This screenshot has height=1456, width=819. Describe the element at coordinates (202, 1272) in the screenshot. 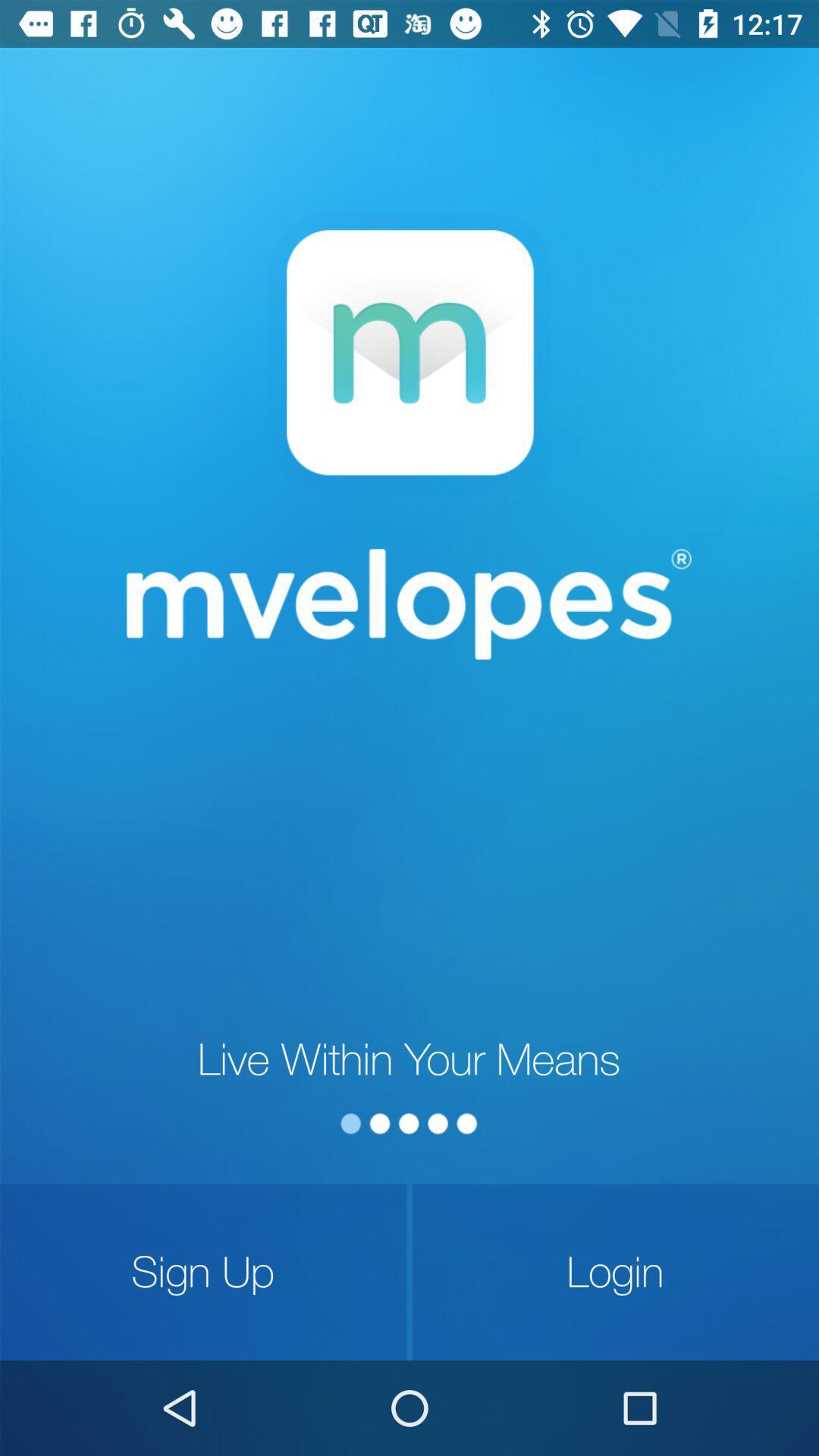

I see `the sign up item` at that location.